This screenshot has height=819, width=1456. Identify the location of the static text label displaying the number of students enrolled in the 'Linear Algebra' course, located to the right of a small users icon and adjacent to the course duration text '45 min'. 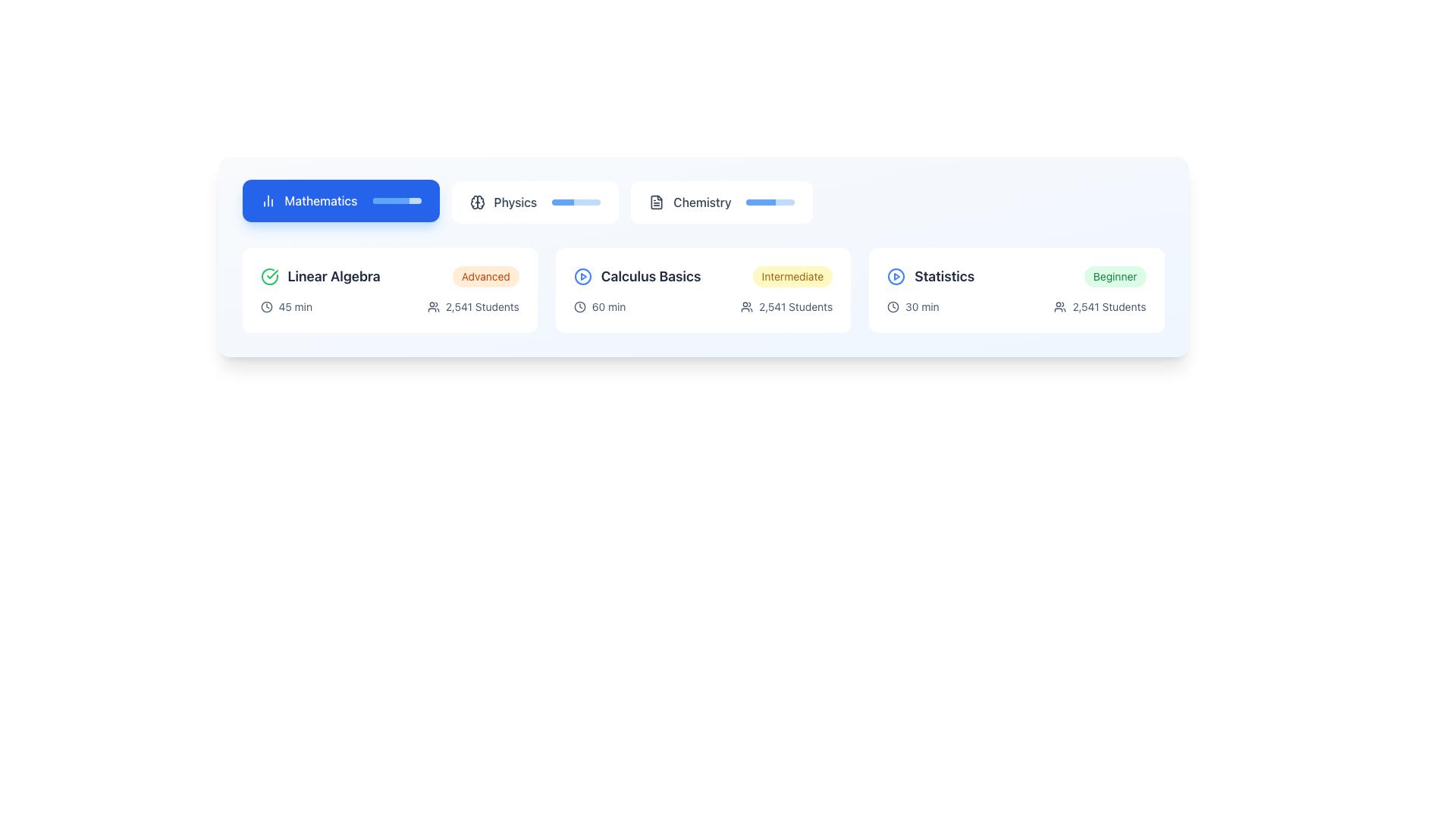
(482, 307).